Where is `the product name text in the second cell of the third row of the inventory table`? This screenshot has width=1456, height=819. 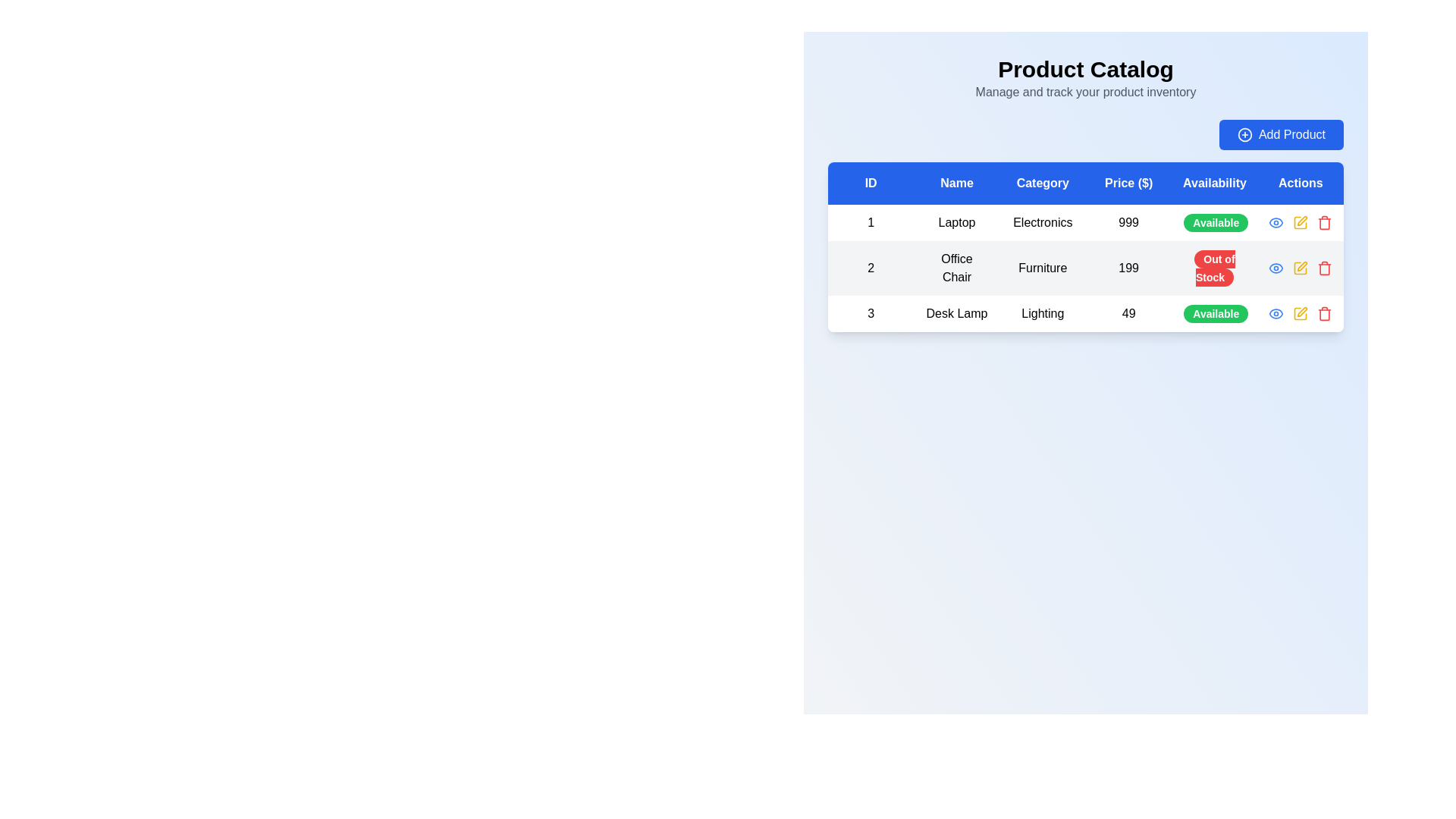 the product name text in the second cell of the third row of the inventory table is located at coordinates (956, 312).